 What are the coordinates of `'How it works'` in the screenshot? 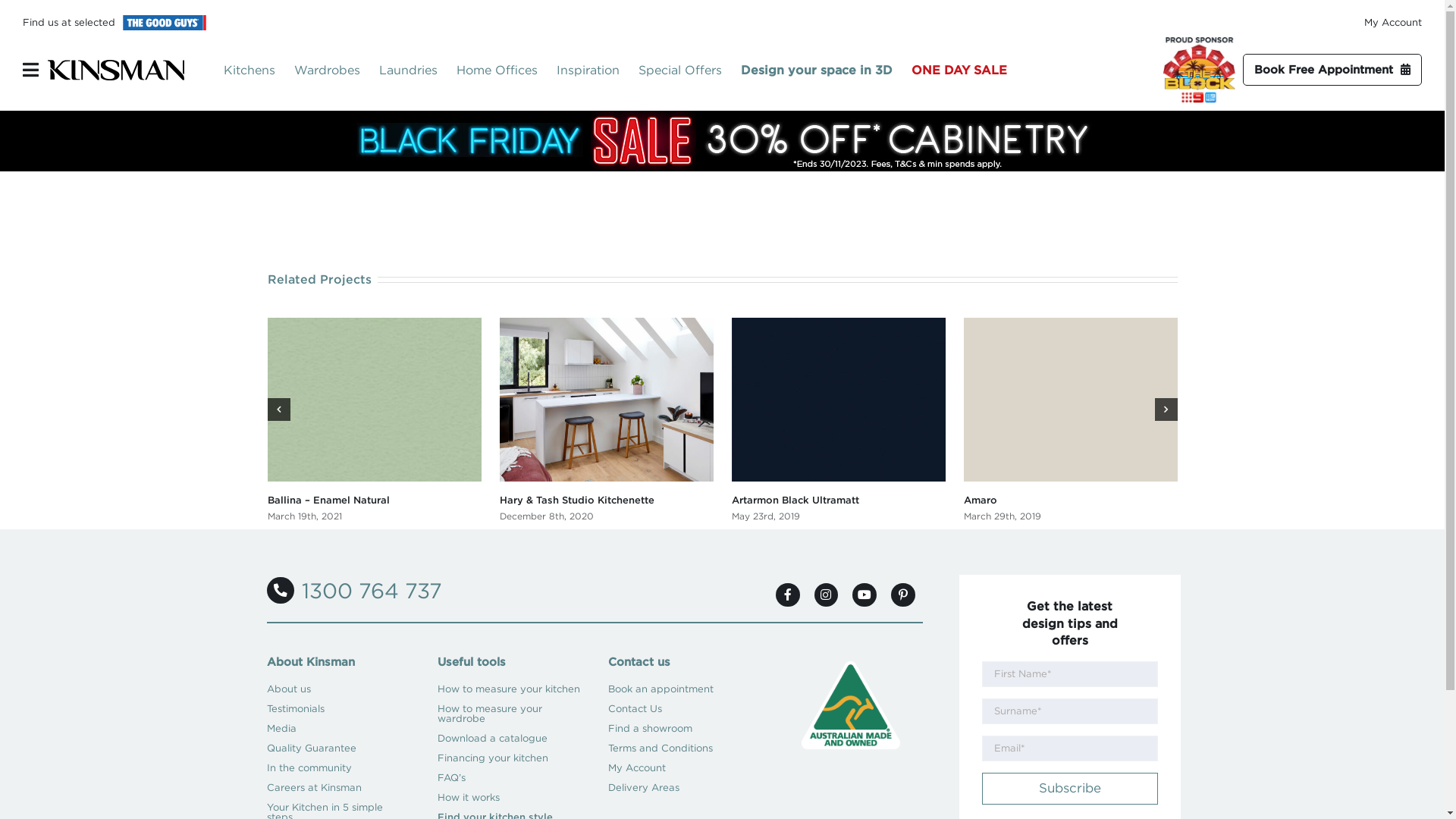 It's located at (509, 797).